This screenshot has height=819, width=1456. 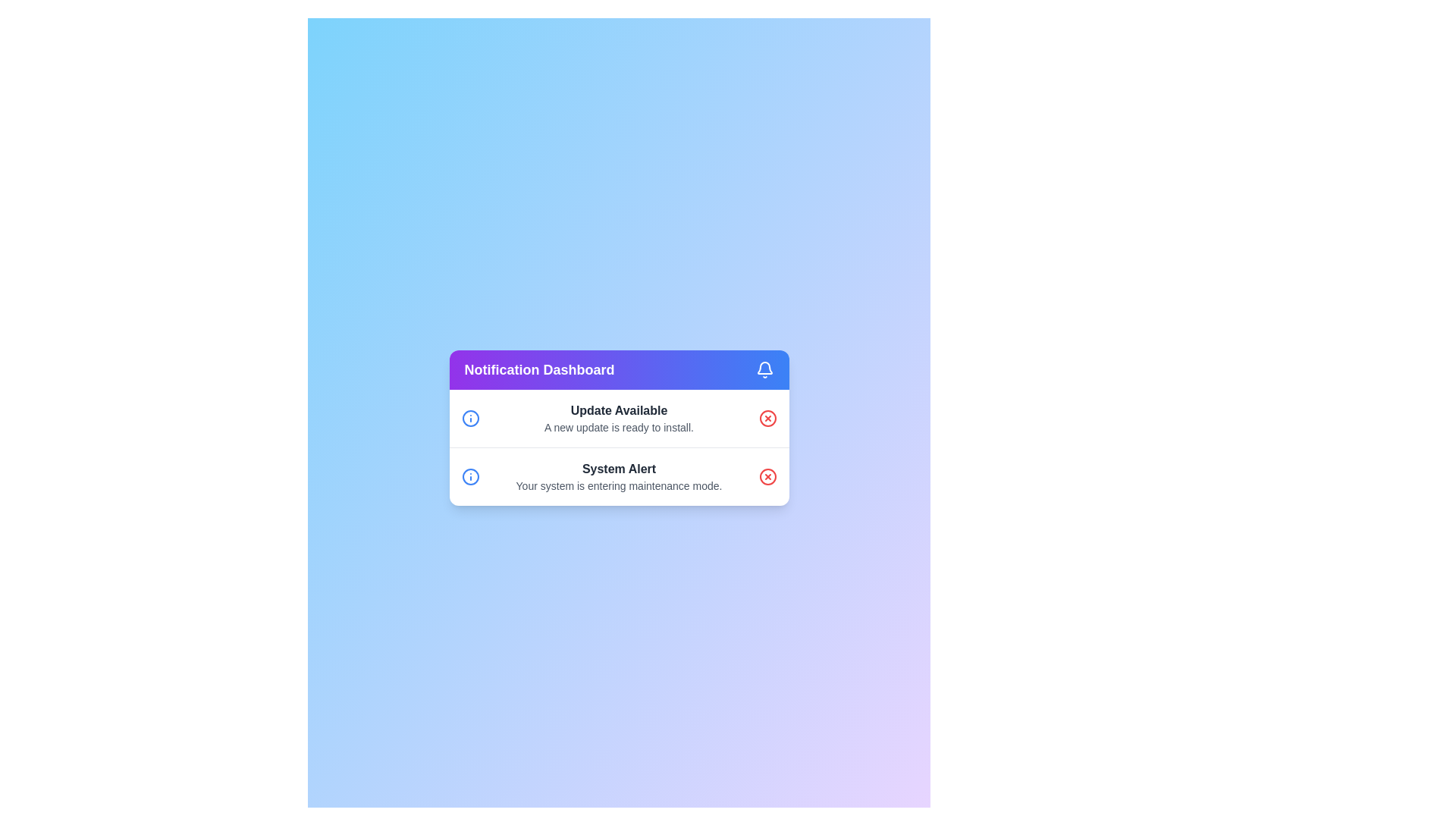 What do you see at coordinates (469, 475) in the screenshot?
I see `the icon indicating information or importance in the notification context, positioned to the left of the 'Update Available' text label` at bounding box center [469, 475].